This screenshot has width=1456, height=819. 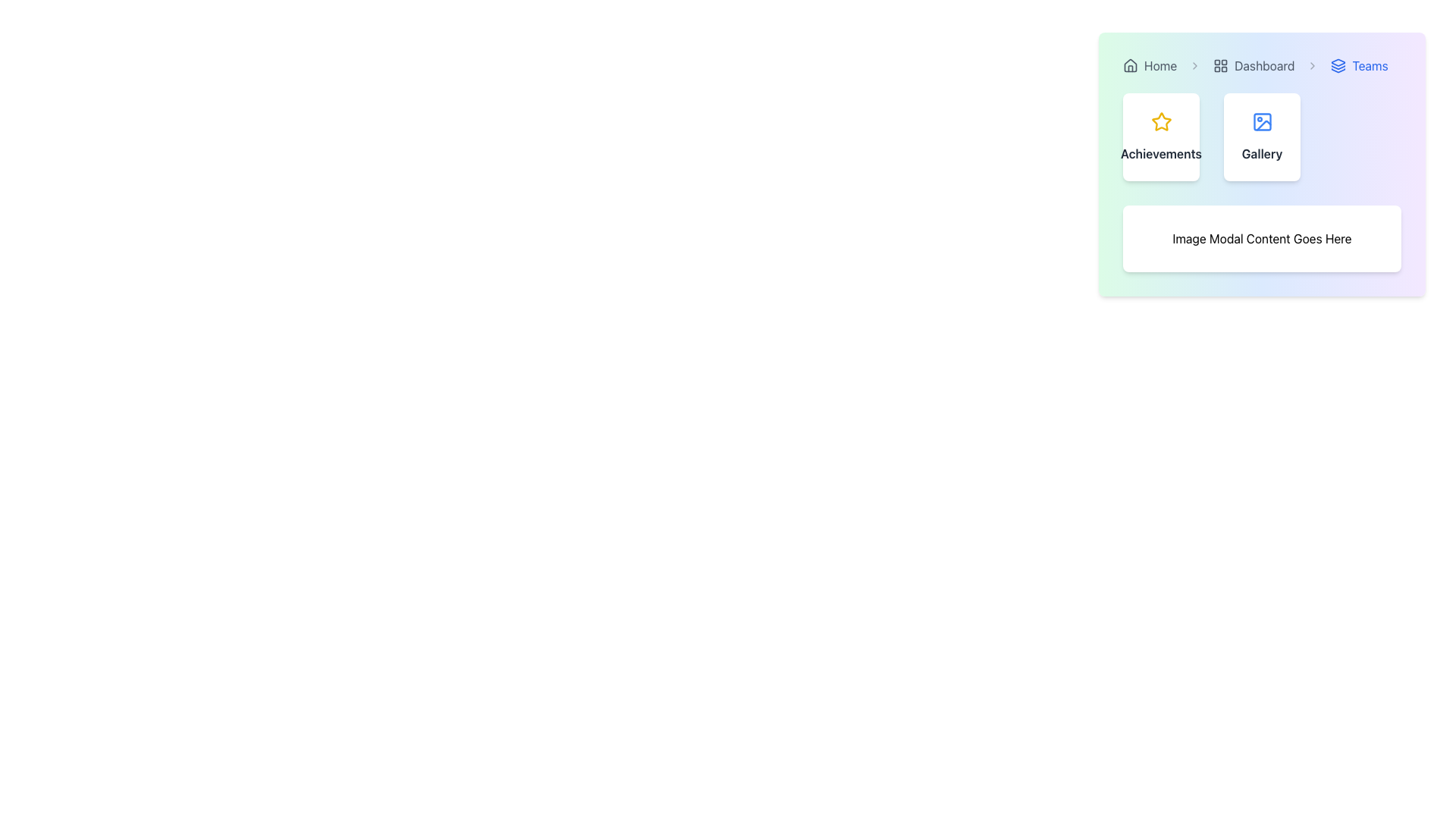 What do you see at coordinates (1360, 65) in the screenshot?
I see `the 'Teams' breadcrumb link with icon, which is the third item in the breadcrumb navigation bar` at bounding box center [1360, 65].